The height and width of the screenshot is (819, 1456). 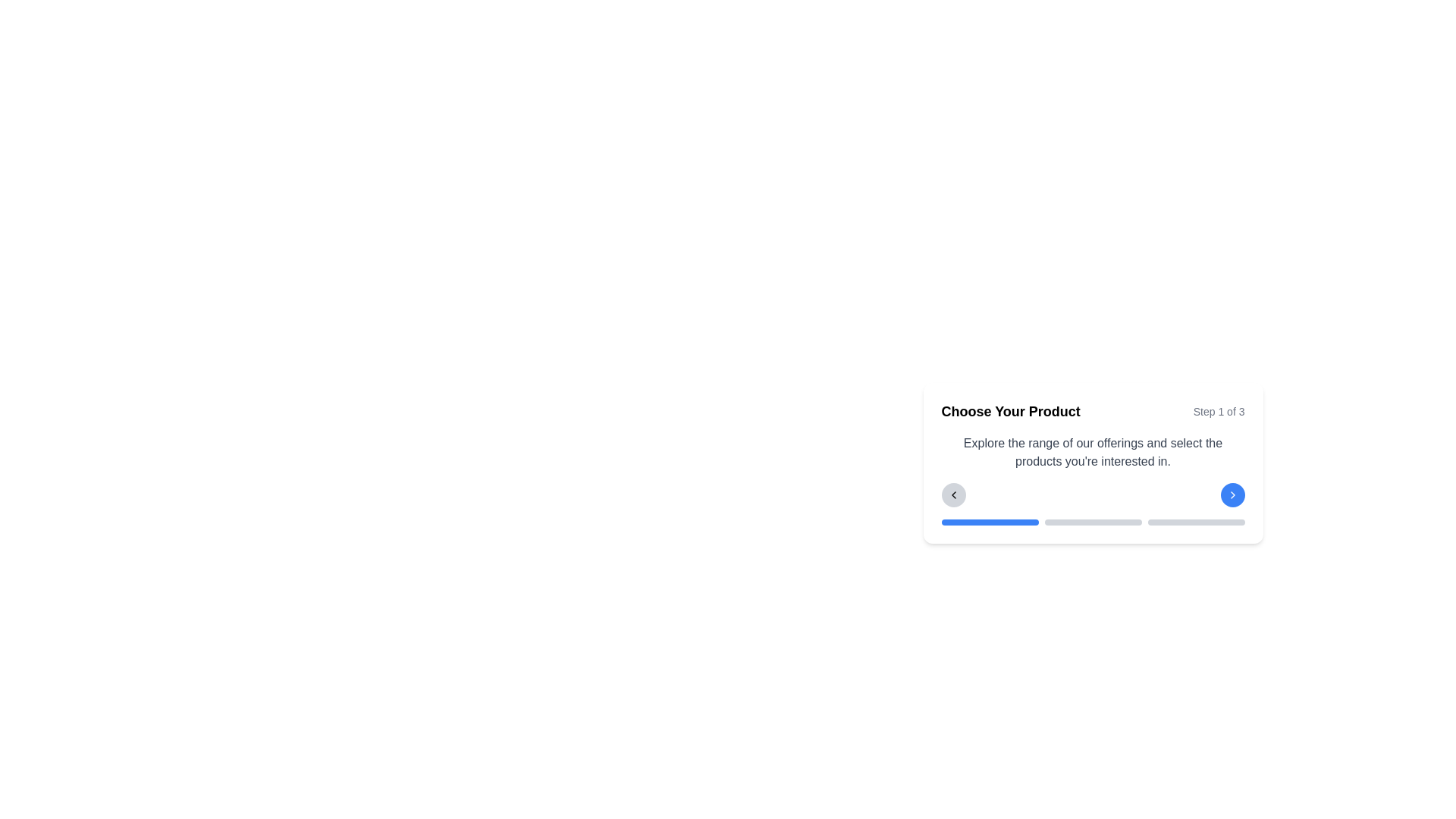 What do you see at coordinates (1232, 494) in the screenshot?
I see `the right-pointing chevron icon inside the circular button` at bounding box center [1232, 494].